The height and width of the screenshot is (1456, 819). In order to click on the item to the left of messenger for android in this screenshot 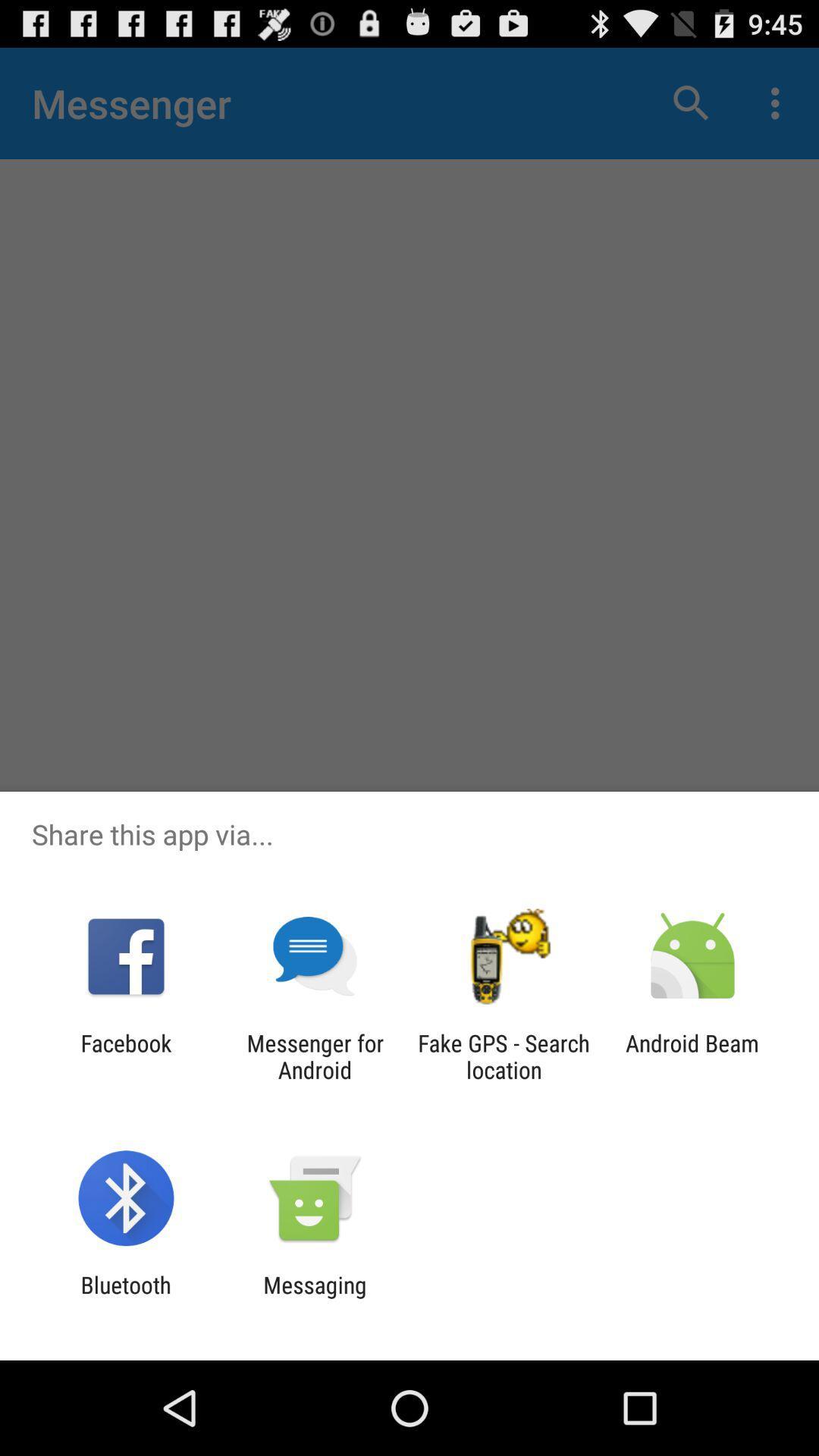, I will do `click(125, 1056)`.